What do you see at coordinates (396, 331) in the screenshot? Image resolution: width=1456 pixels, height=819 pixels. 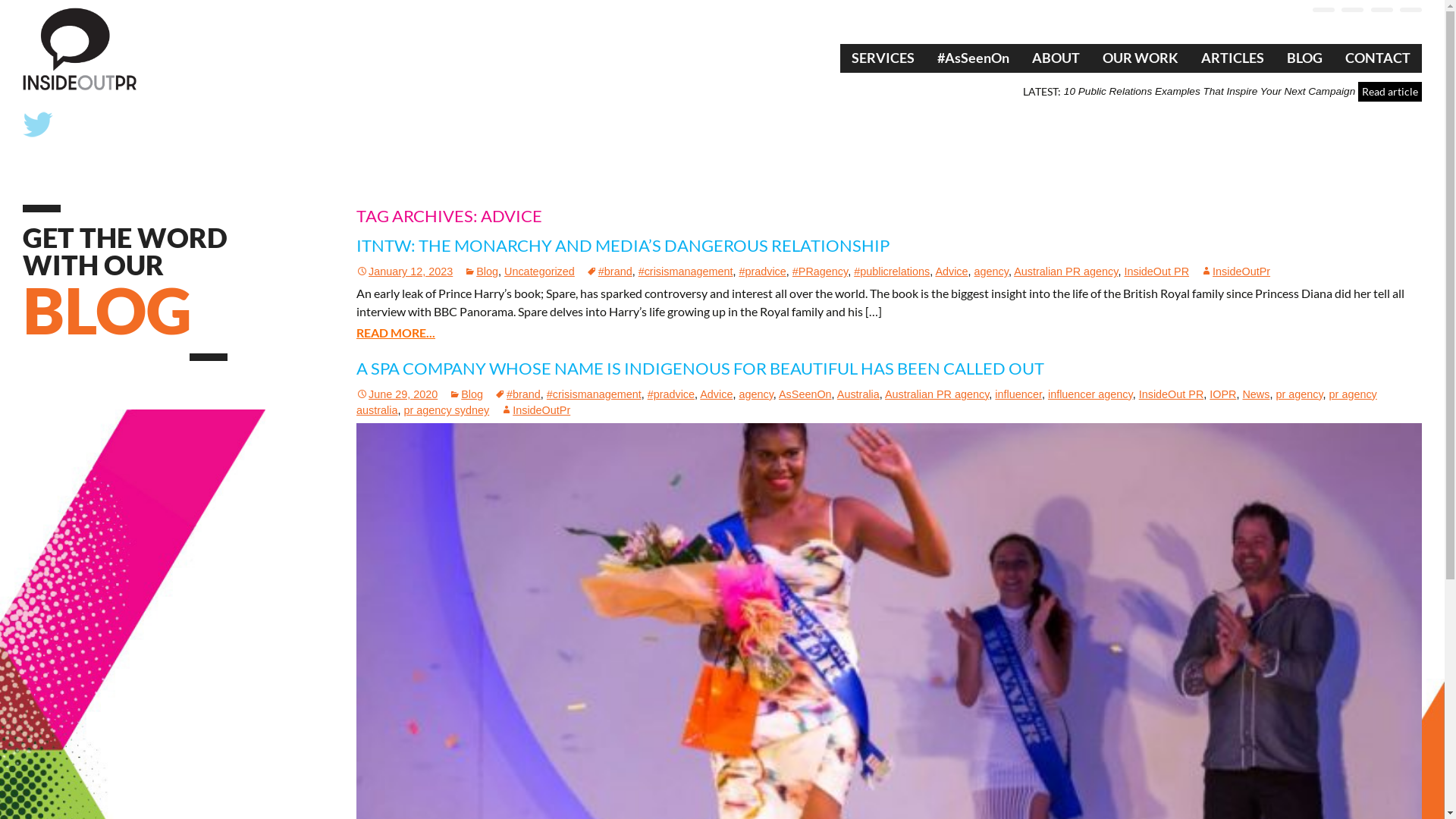 I see `'READ MORE...'` at bounding box center [396, 331].